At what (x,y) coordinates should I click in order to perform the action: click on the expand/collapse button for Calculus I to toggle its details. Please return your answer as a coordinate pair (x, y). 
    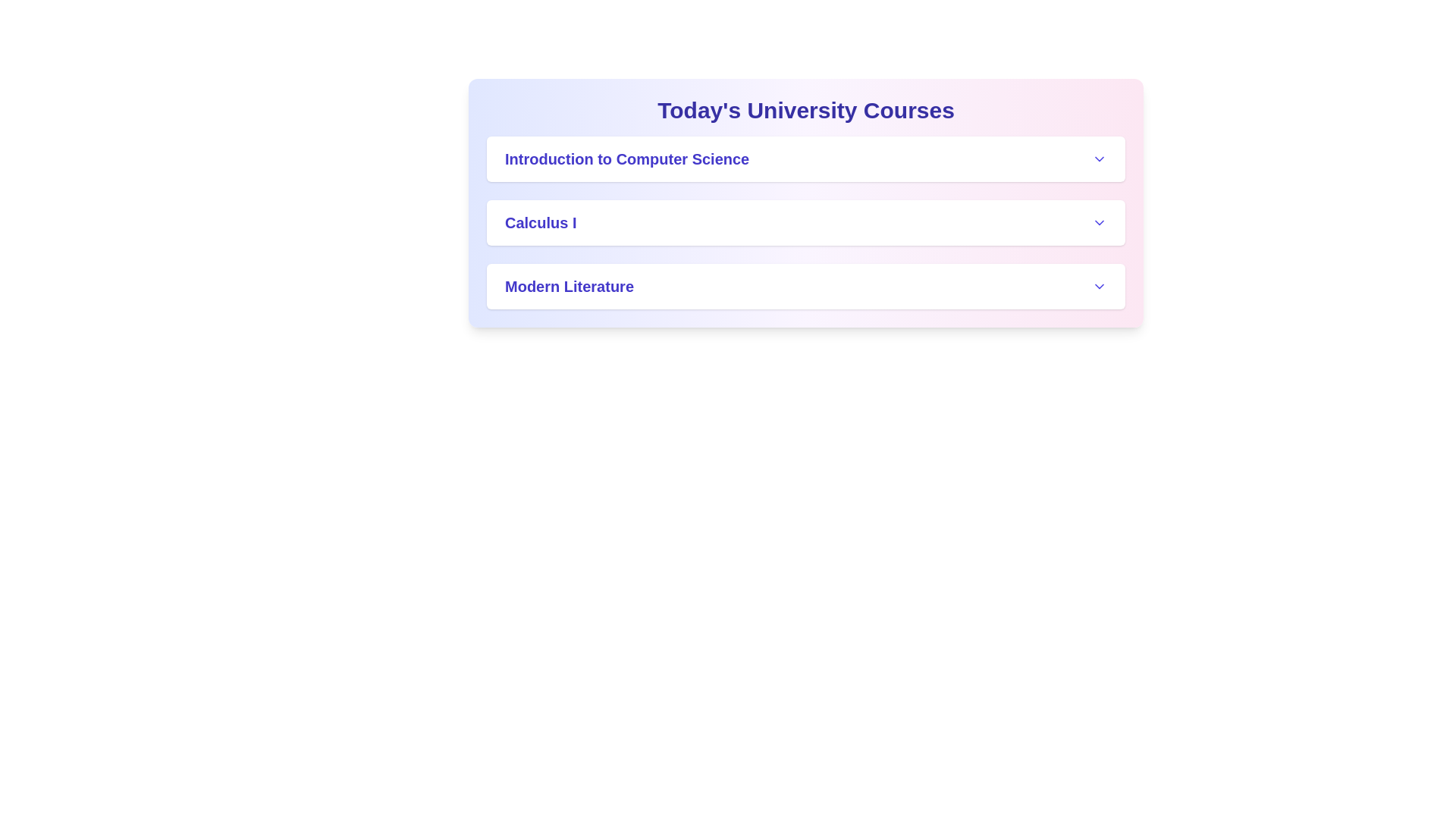
    Looking at the image, I should click on (1099, 222).